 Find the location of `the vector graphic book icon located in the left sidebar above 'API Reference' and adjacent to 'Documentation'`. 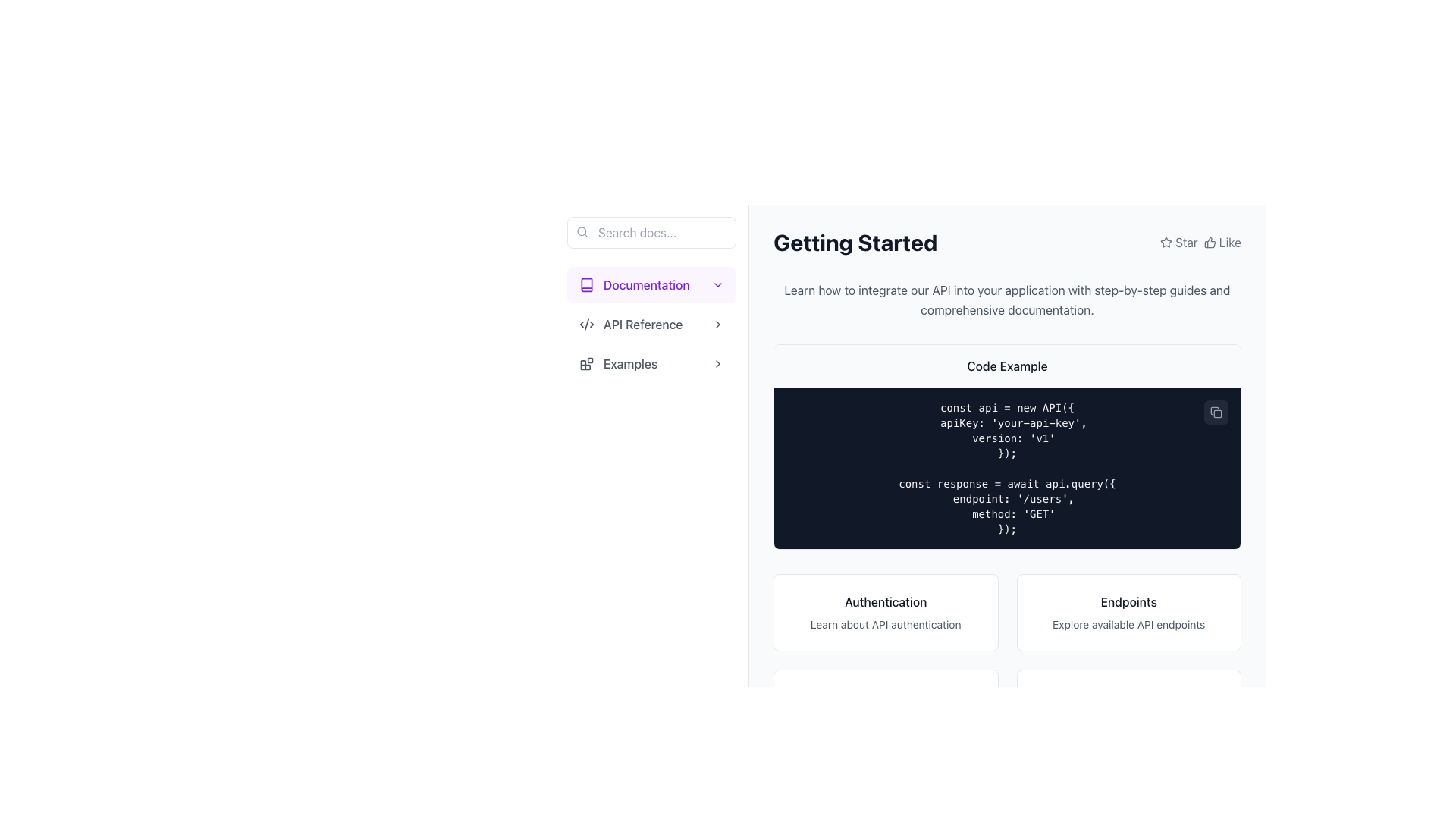

the vector graphic book icon located in the left sidebar above 'API Reference' and adjacent to 'Documentation' is located at coordinates (585, 284).